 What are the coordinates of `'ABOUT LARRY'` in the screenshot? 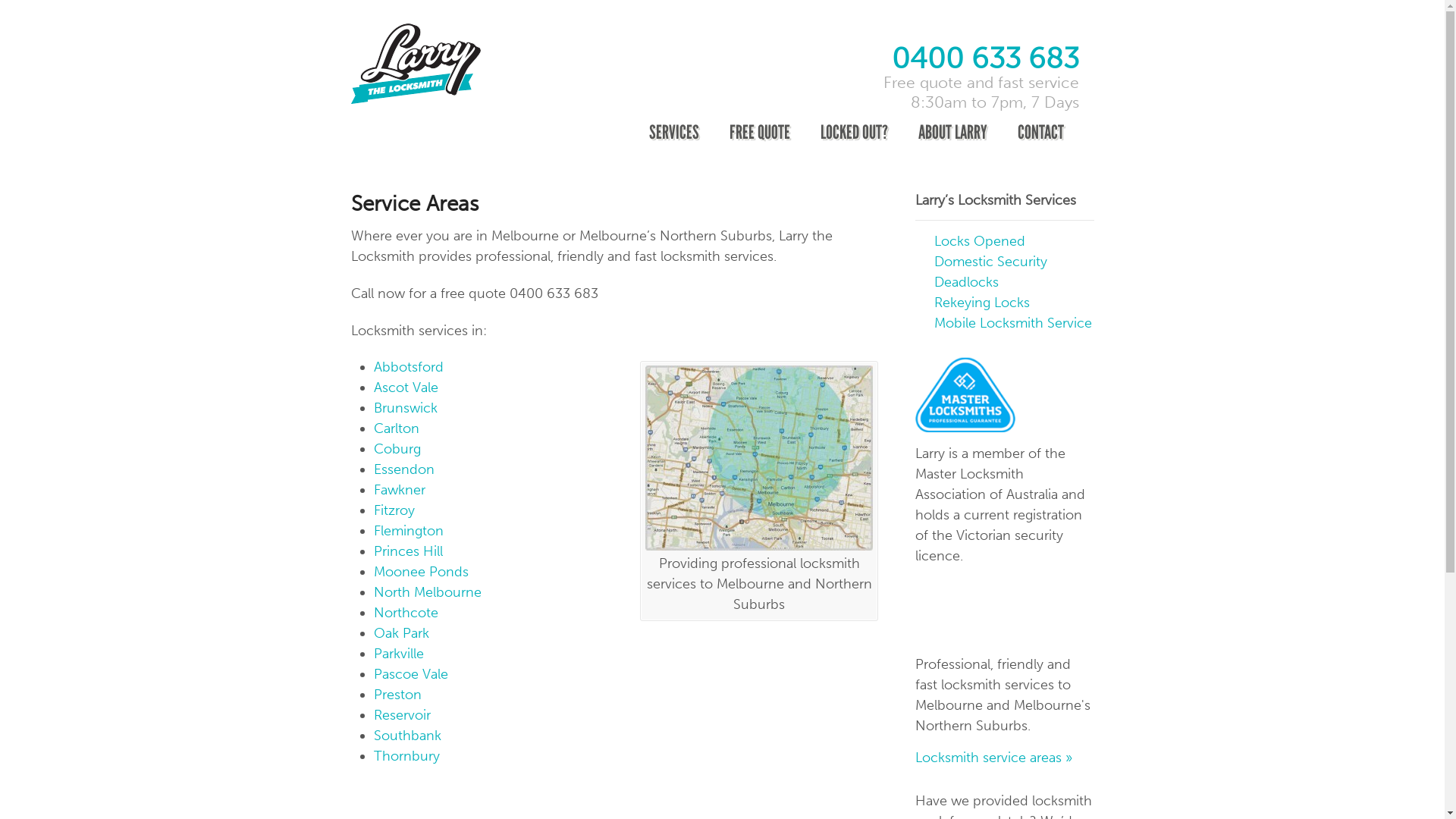 It's located at (902, 131).